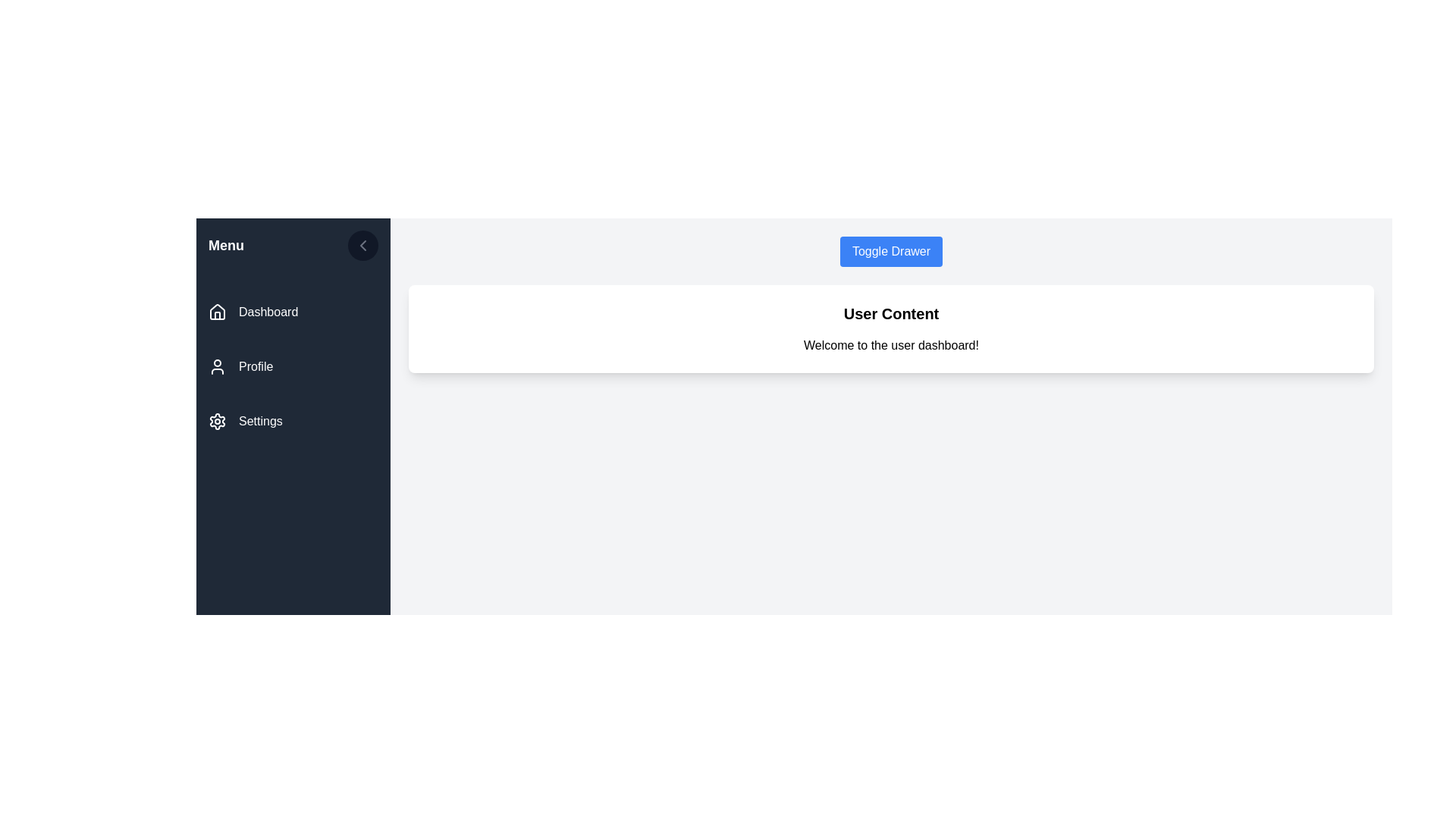  What do you see at coordinates (891, 312) in the screenshot?
I see `the Label or Header Text element, which serves as a title for the content below it, positioned above the 'Welcome to the user dashboard!' text in a white card` at bounding box center [891, 312].